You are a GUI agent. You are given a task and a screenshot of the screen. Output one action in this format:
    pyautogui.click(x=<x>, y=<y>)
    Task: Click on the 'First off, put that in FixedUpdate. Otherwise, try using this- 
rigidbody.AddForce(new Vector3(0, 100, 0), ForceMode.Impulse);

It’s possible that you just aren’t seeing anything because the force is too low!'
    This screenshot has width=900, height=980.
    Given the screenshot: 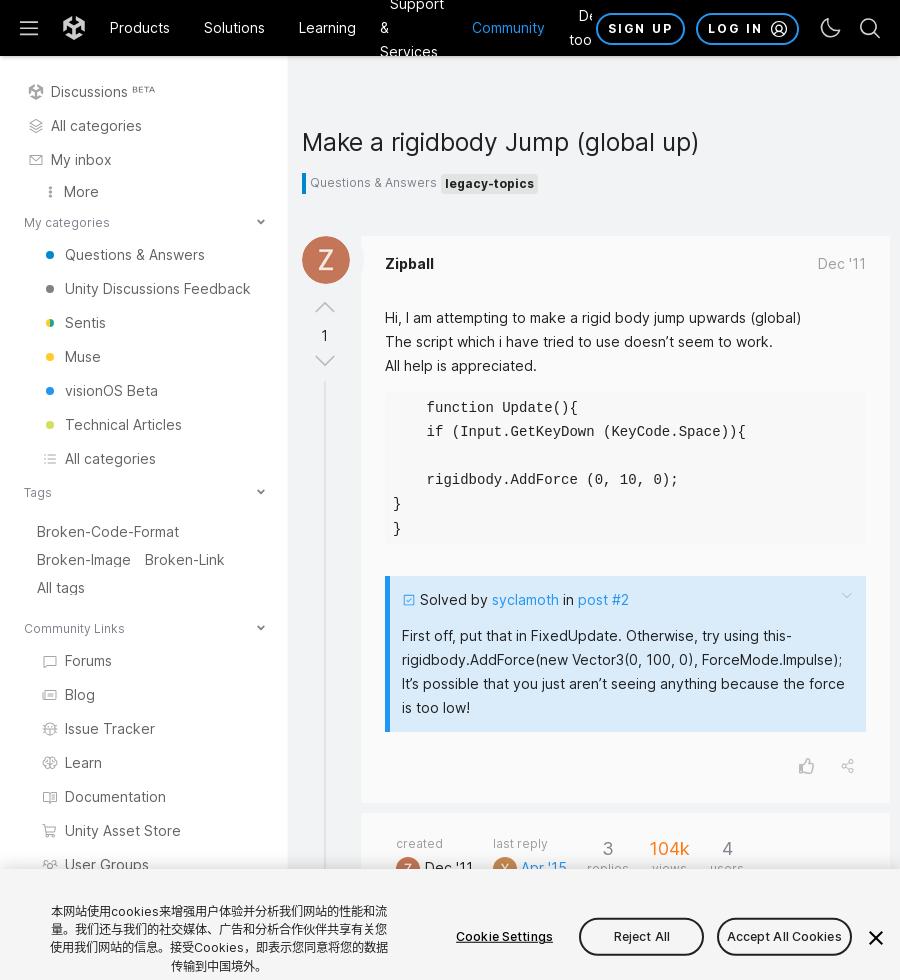 What is the action you would take?
    pyautogui.click(x=623, y=671)
    